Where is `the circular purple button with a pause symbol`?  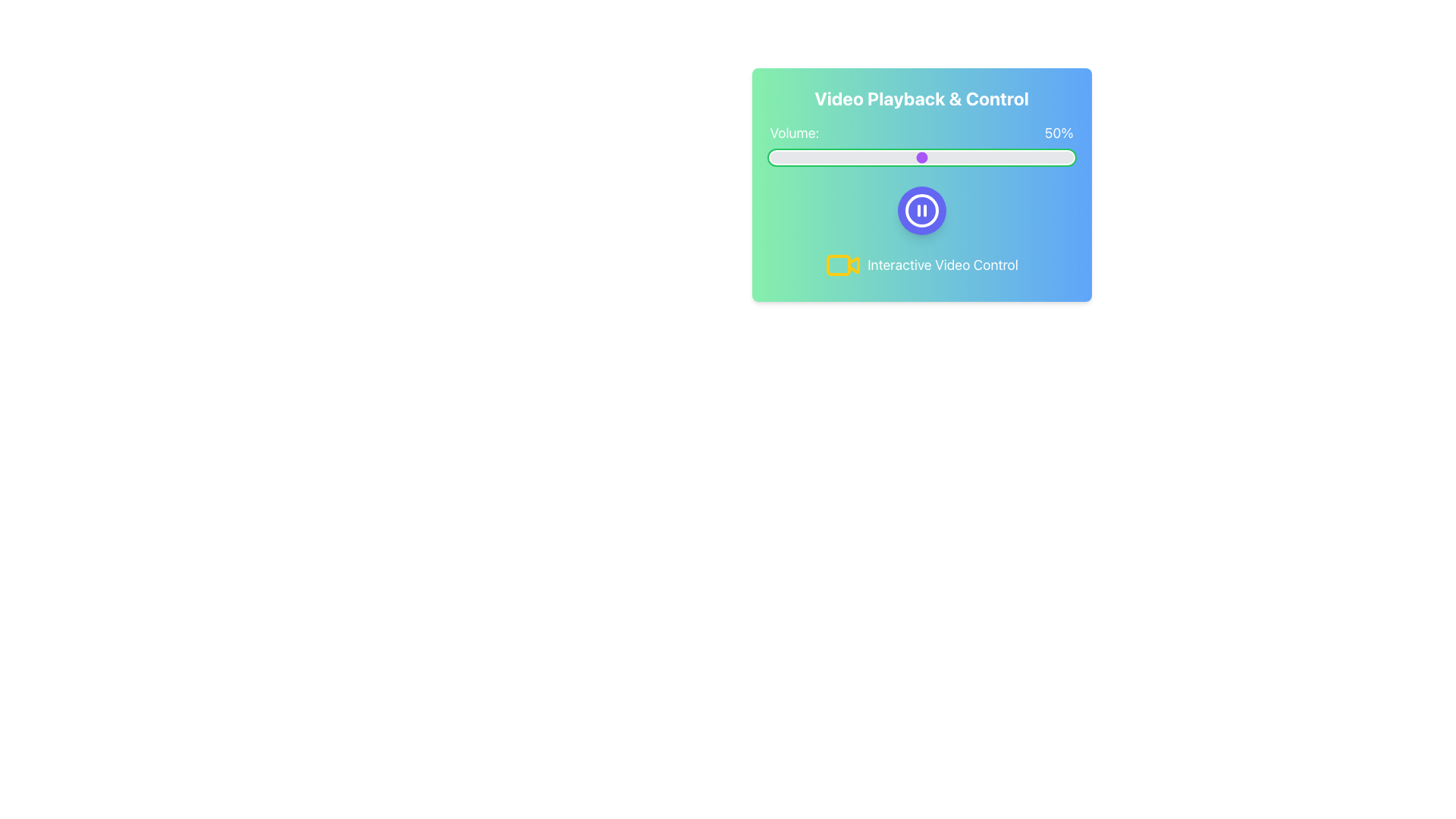 the circular purple button with a pause symbol is located at coordinates (921, 210).